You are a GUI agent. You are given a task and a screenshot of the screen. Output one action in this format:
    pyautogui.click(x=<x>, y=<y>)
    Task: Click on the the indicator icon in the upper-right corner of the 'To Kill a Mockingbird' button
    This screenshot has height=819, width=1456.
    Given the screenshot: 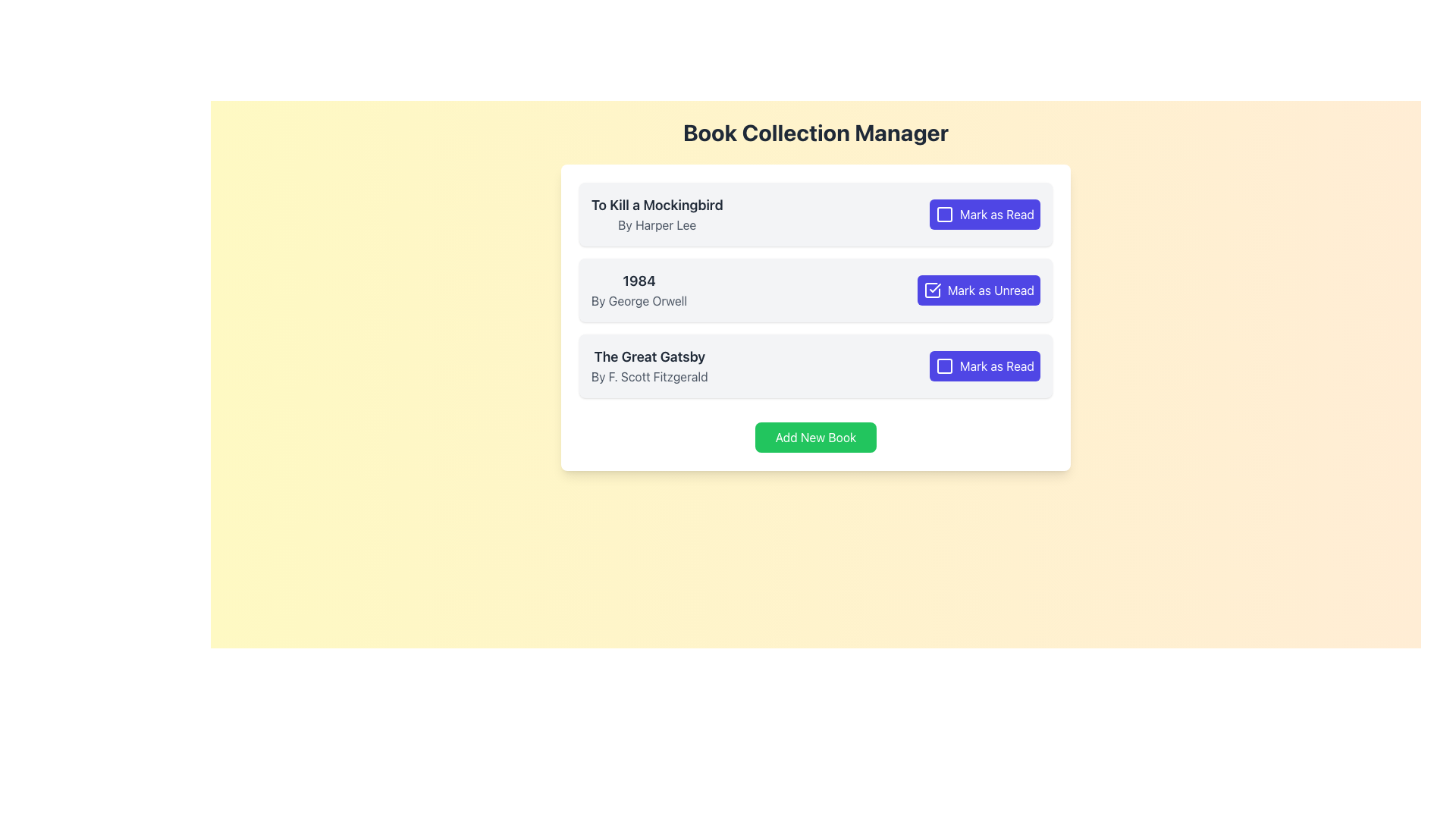 What is the action you would take?
    pyautogui.click(x=943, y=214)
    